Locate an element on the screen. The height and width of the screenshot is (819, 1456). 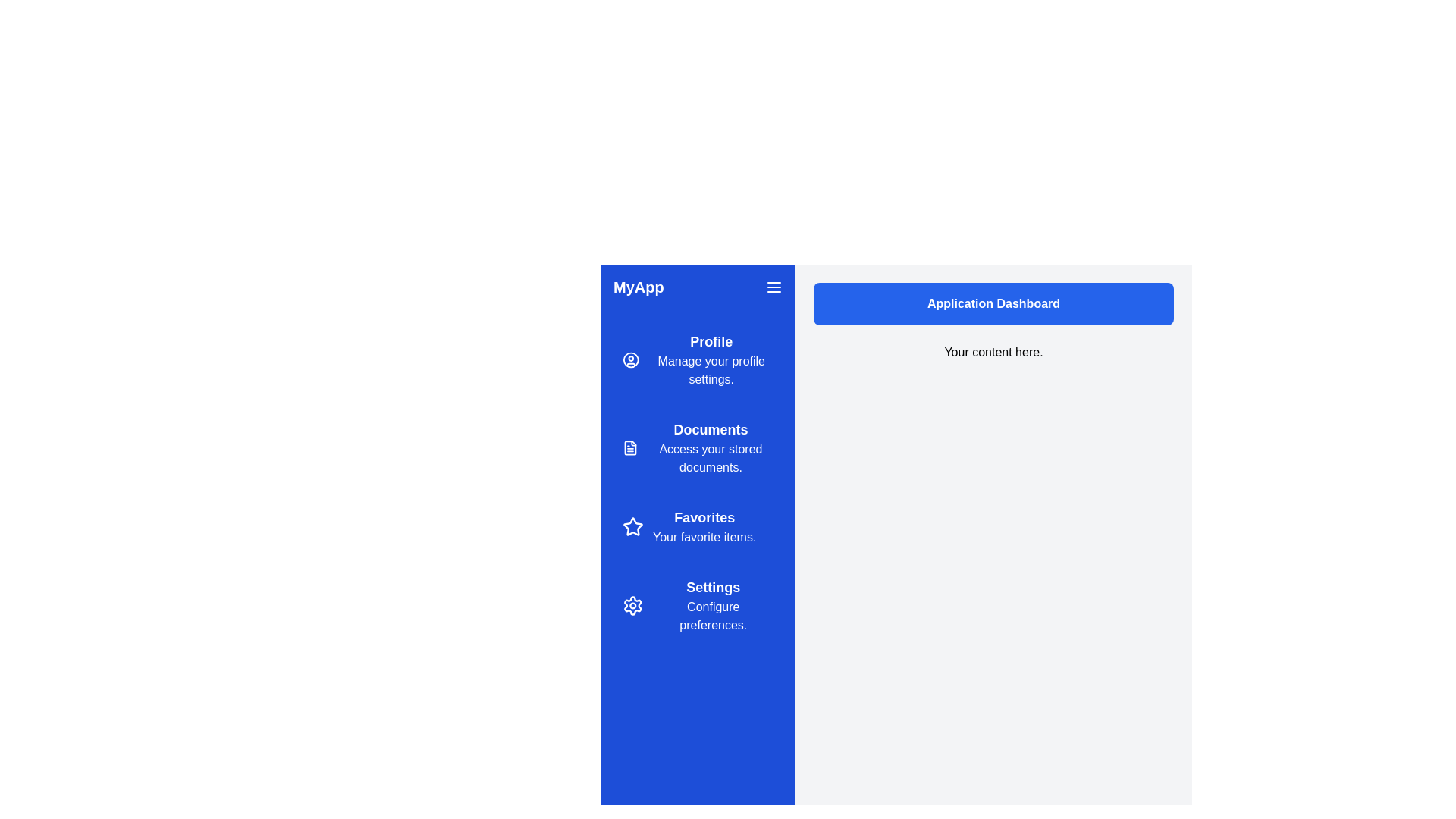
the navigation item labeled Settings to preview its description is located at coordinates (698, 604).